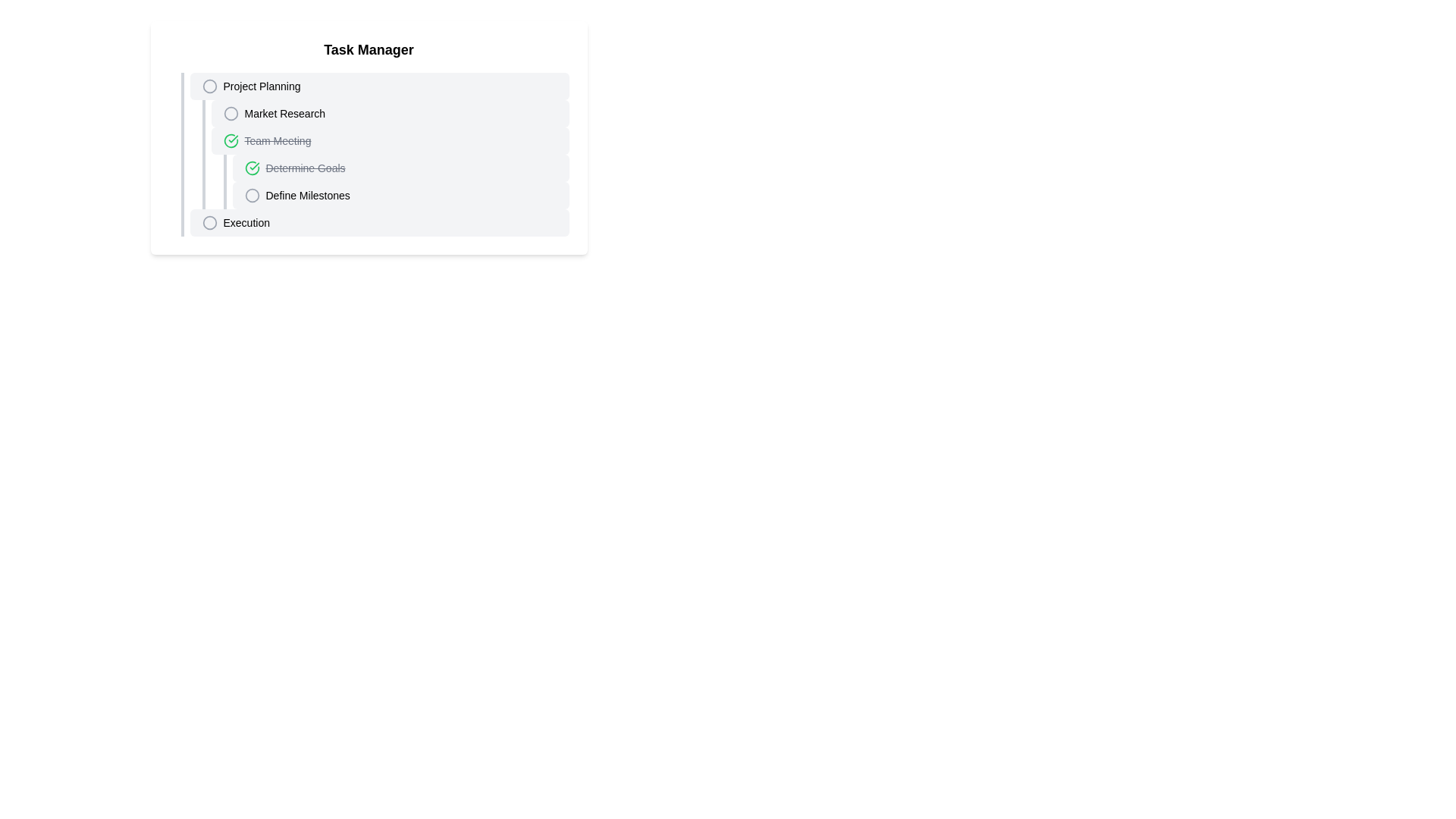  What do you see at coordinates (305, 168) in the screenshot?
I see `the text label element displaying 'Determine Goals', styled with a strikethrough in gray color, indicating completion, located to the right of the green circular check icon` at bounding box center [305, 168].